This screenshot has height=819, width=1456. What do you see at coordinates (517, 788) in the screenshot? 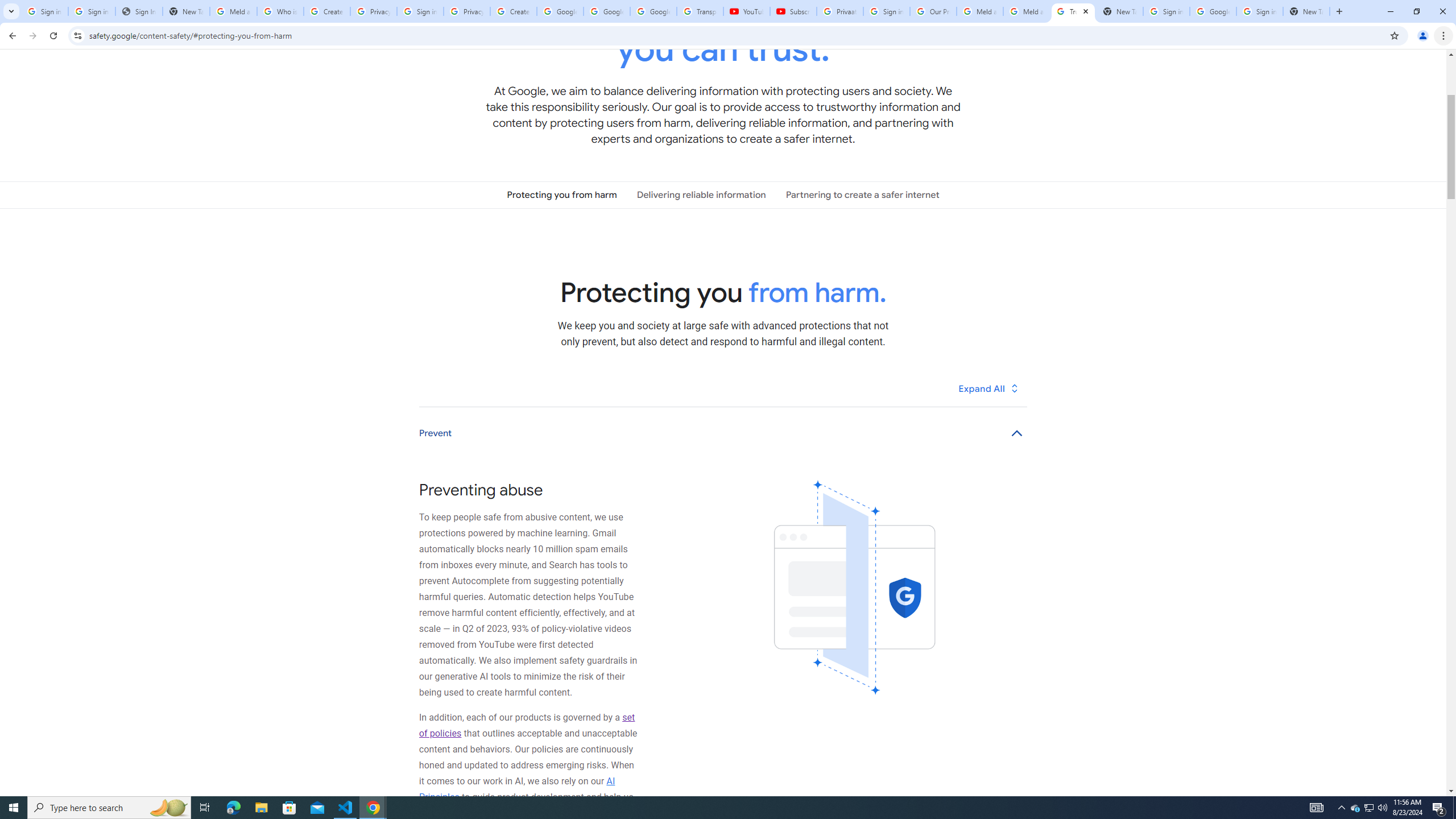
I see `'AI Principles'` at bounding box center [517, 788].